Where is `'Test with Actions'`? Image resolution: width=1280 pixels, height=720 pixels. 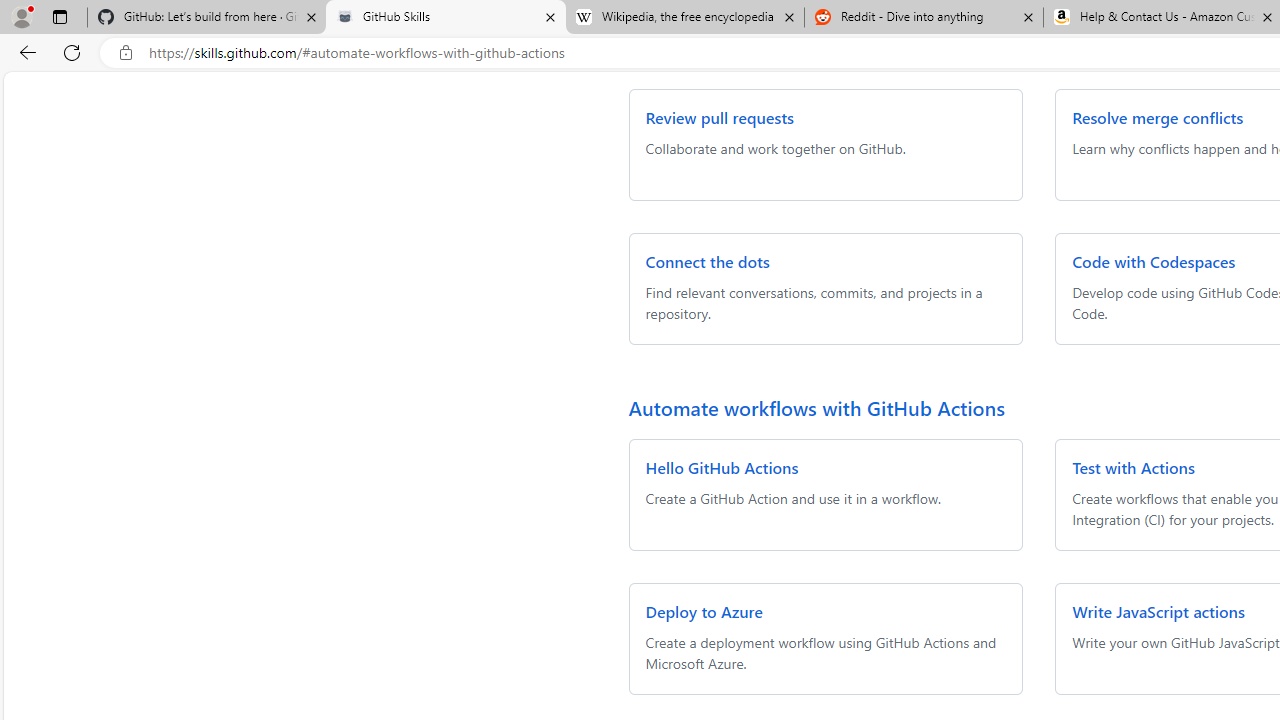 'Test with Actions' is located at coordinates (1134, 467).